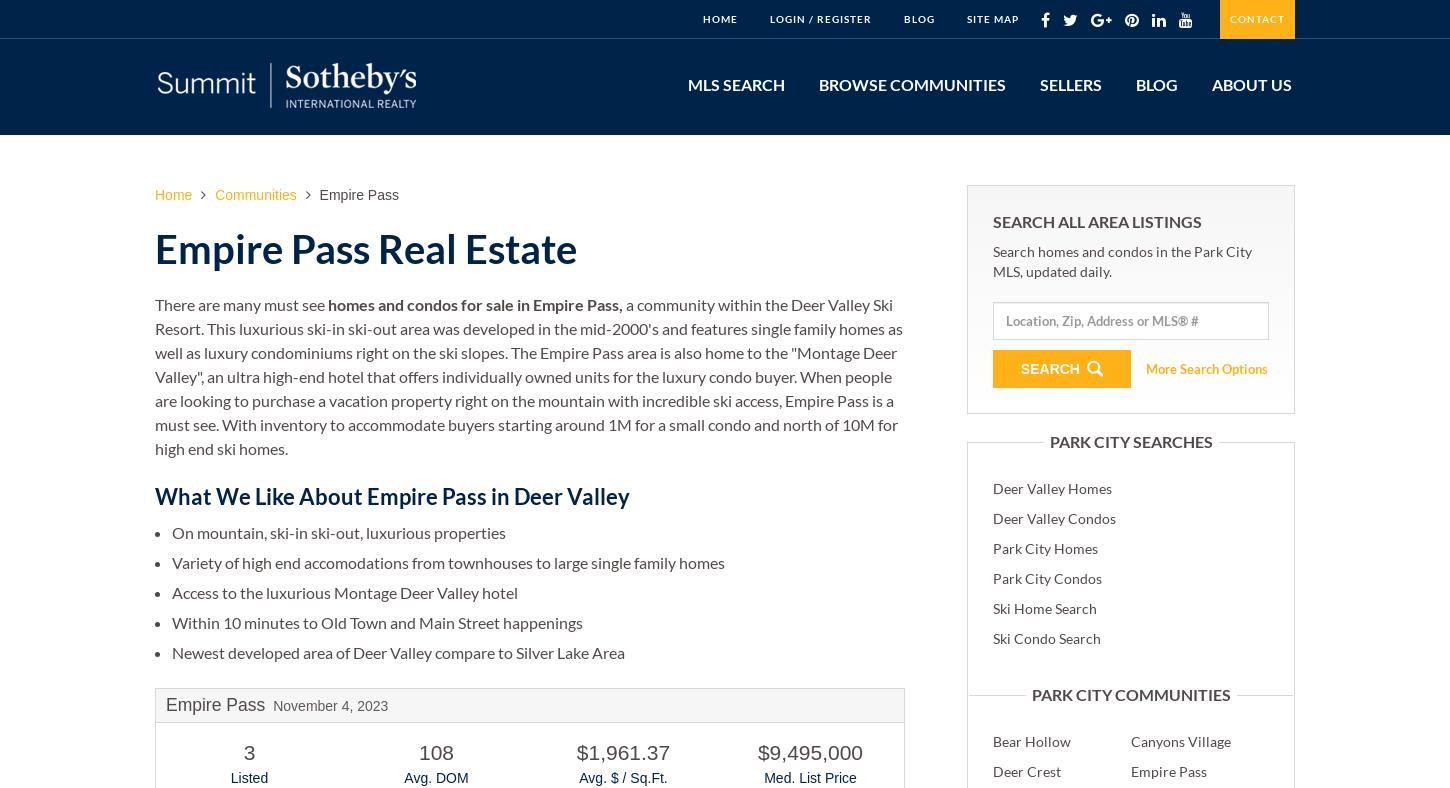 The width and height of the screenshot is (1450, 788). What do you see at coordinates (1052, 486) in the screenshot?
I see `'Deer Valley Homes'` at bounding box center [1052, 486].